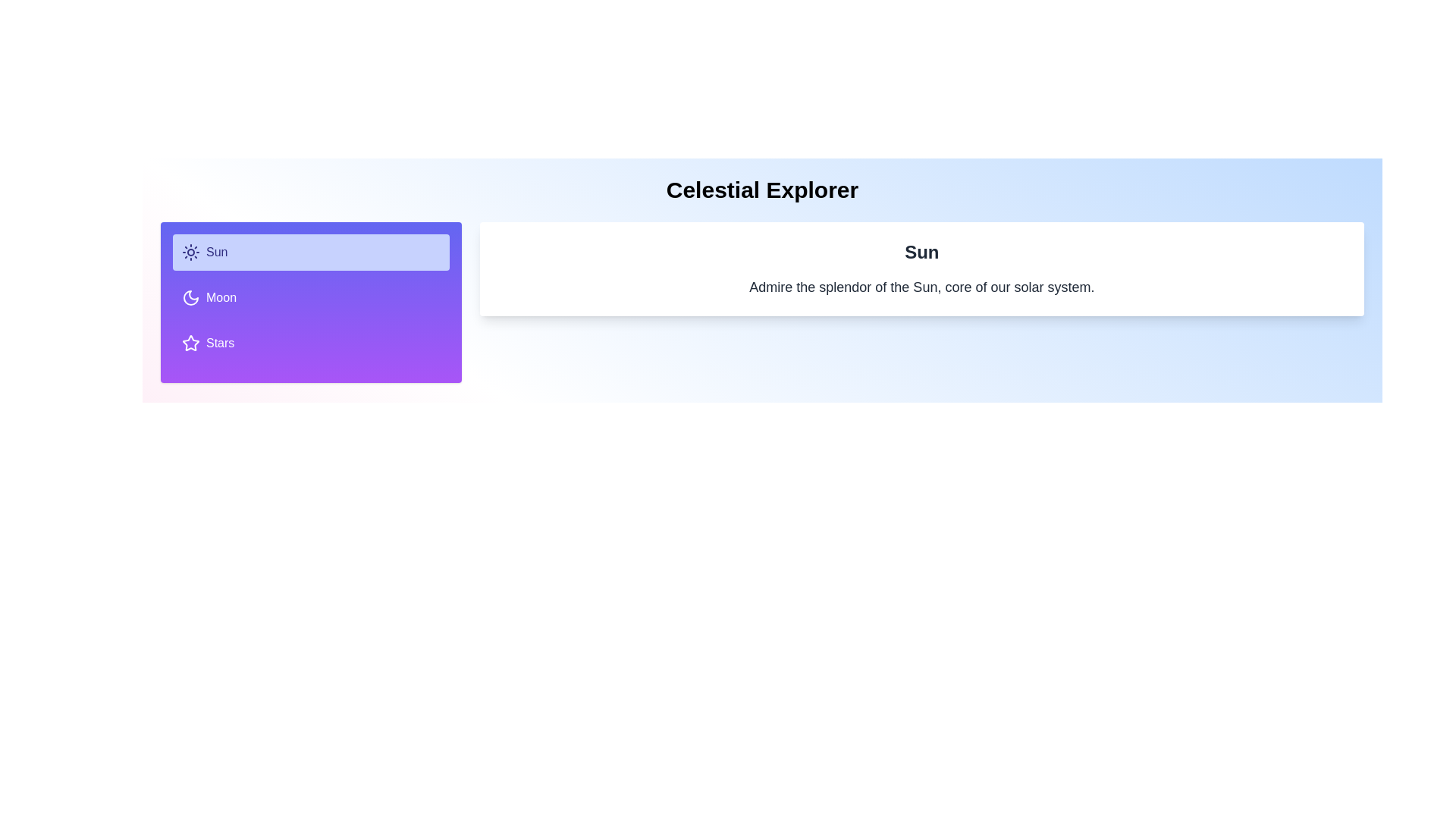 The width and height of the screenshot is (1456, 819). What do you see at coordinates (309, 343) in the screenshot?
I see `the tab labeled Stars to inspect its content and layout` at bounding box center [309, 343].